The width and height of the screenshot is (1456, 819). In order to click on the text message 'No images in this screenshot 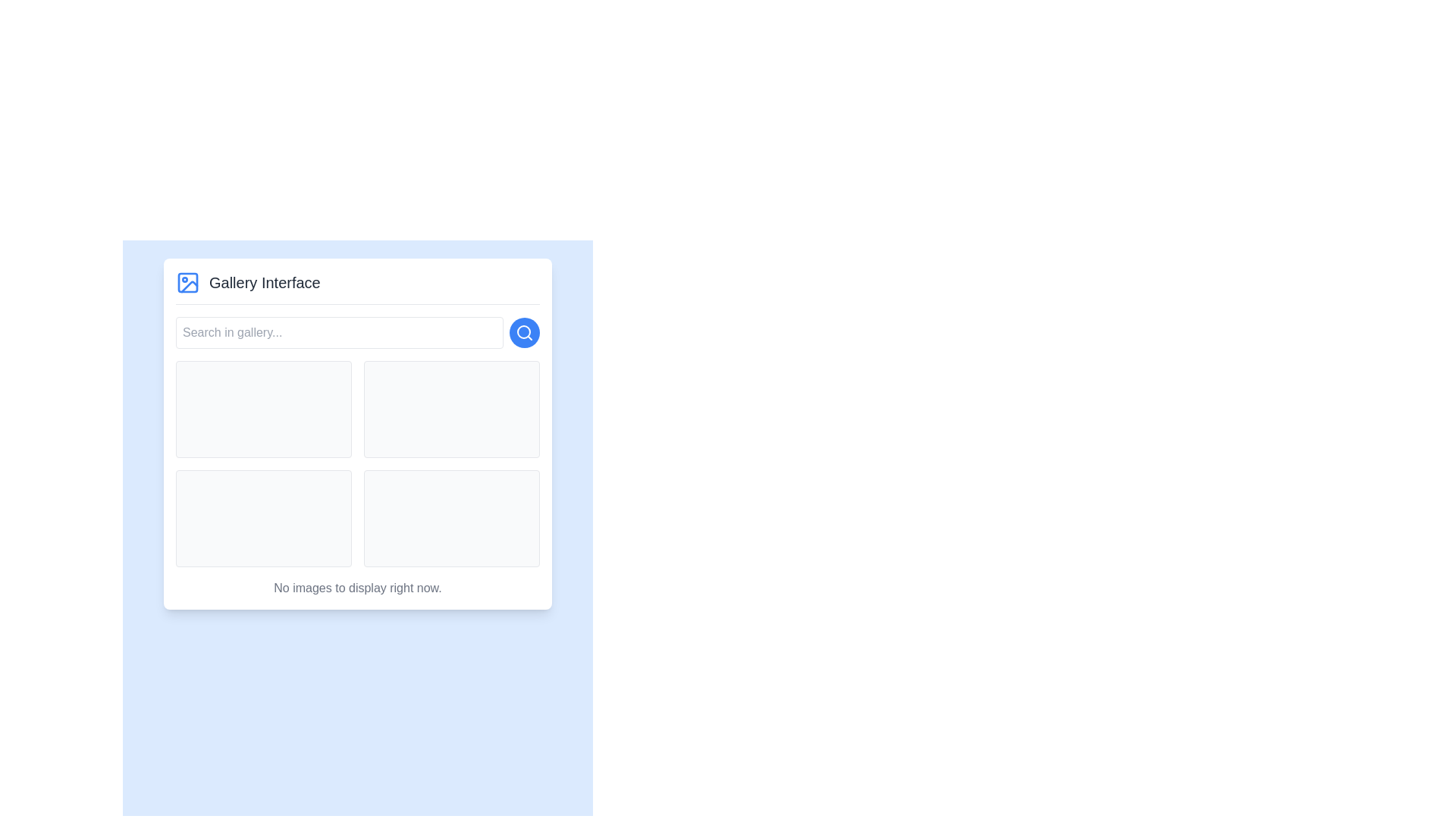, I will do `click(356, 587)`.